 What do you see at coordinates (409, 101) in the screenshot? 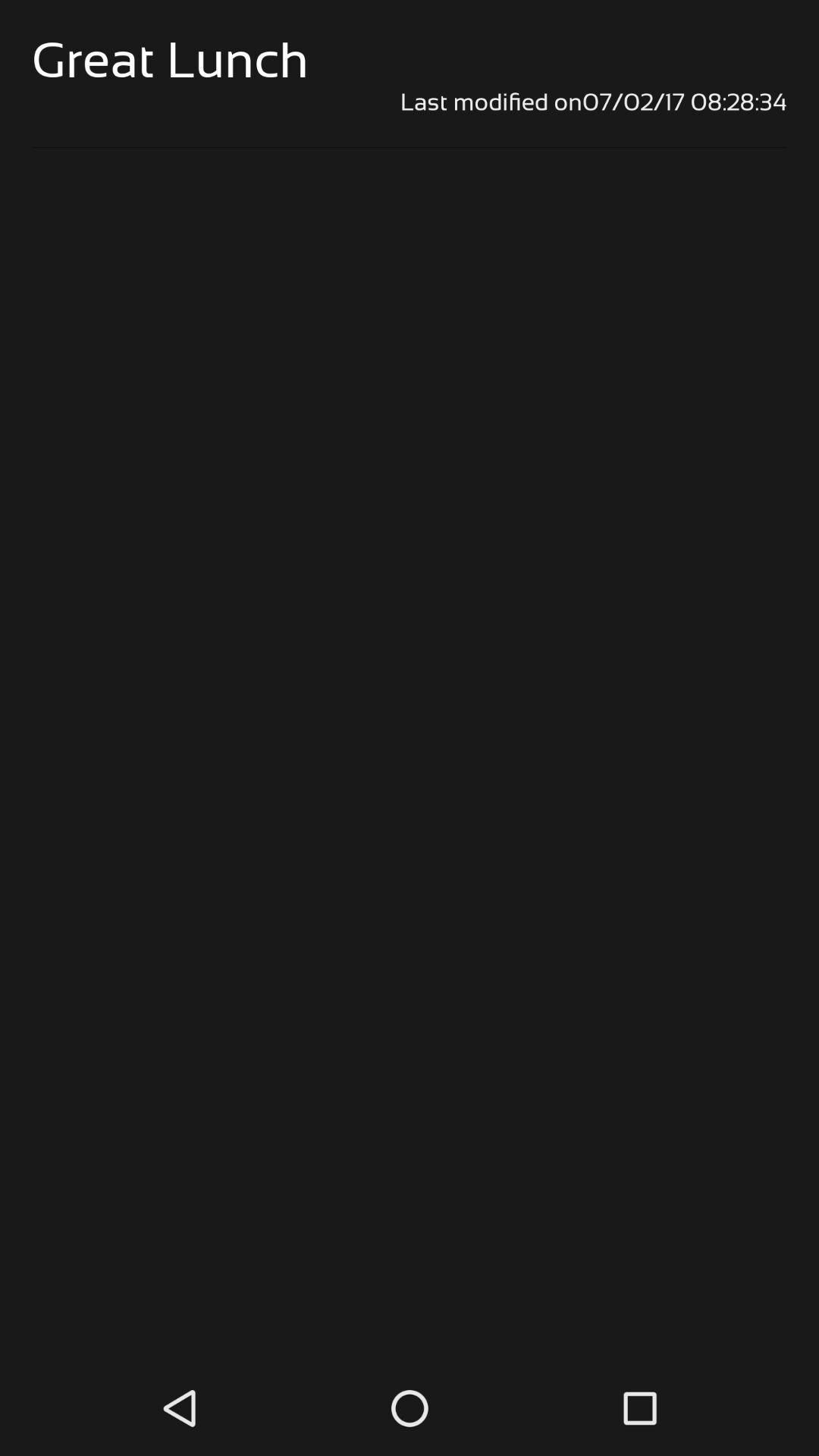
I see `the last modified on07 icon` at bounding box center [409, 101].